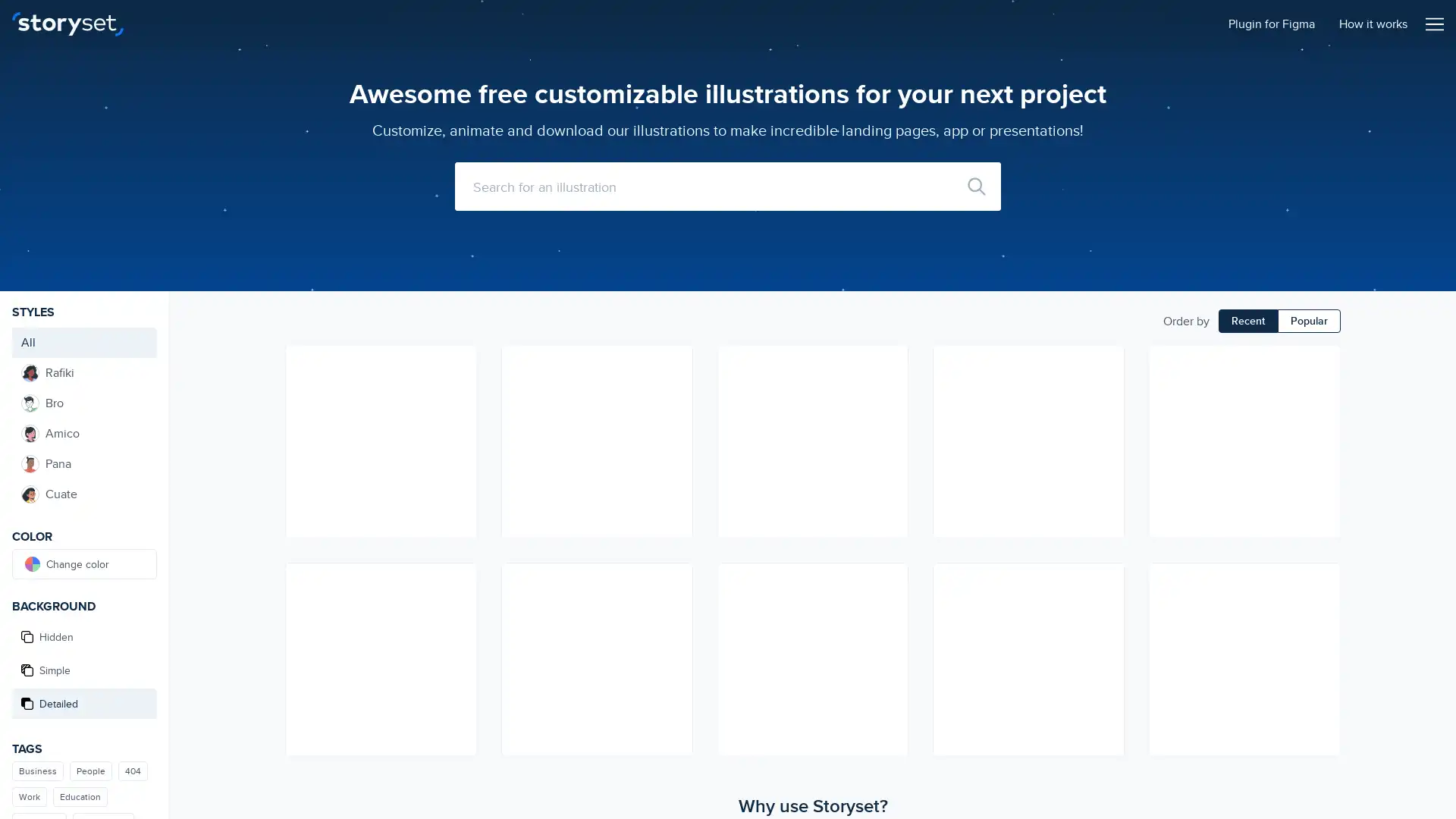 This screenshot has height=819, width=1456. What do you see at coordinates (457, 418) in the screenshot?
I see `Pinterest icon Save` at bounding box center [457, 418].